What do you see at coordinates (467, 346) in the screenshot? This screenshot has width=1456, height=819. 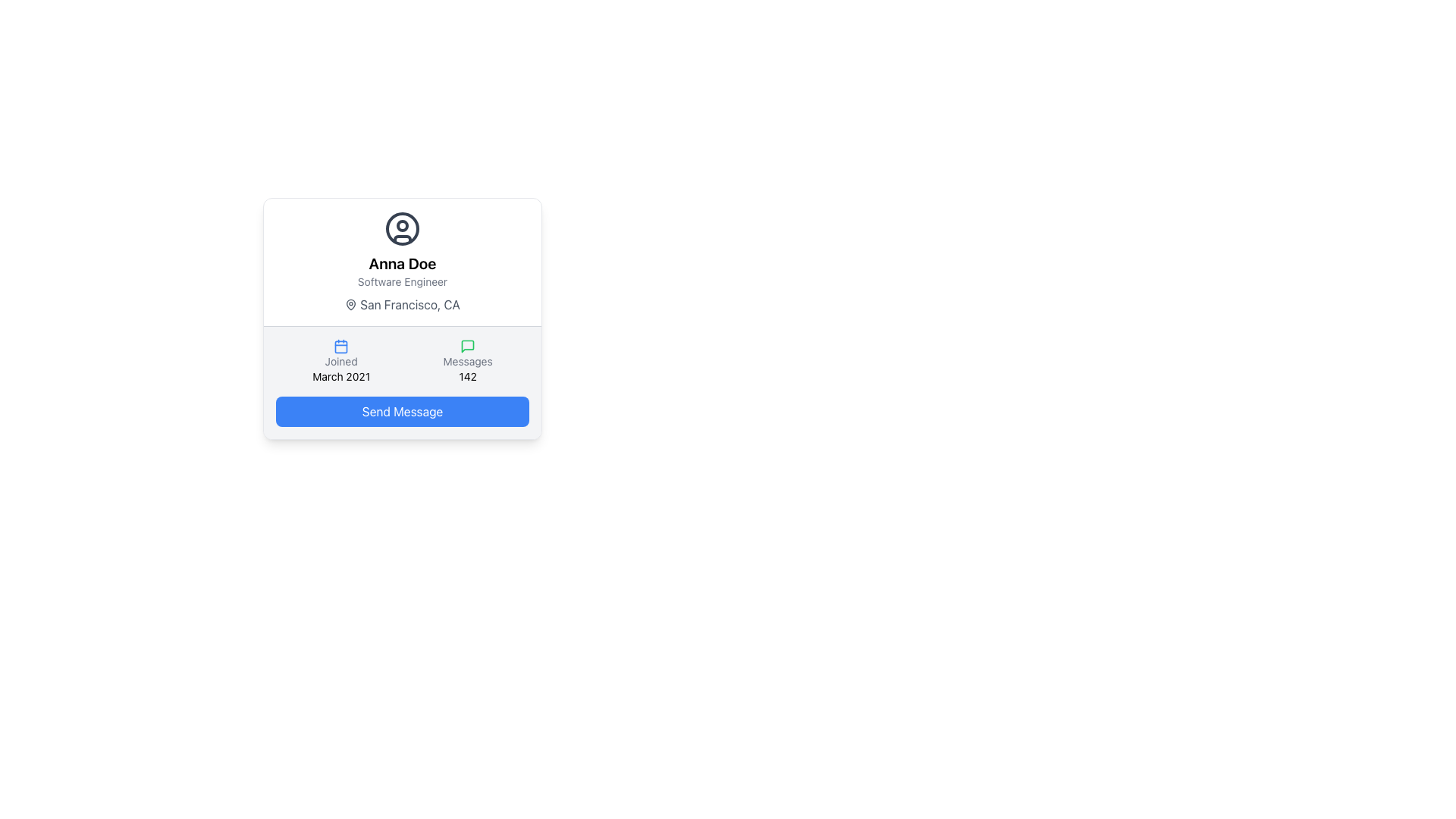 I see `the messaging icon located on the right side of the section at the bottom of the card-like layout, near the 'Messages' label` at bounding box center [467, 346].